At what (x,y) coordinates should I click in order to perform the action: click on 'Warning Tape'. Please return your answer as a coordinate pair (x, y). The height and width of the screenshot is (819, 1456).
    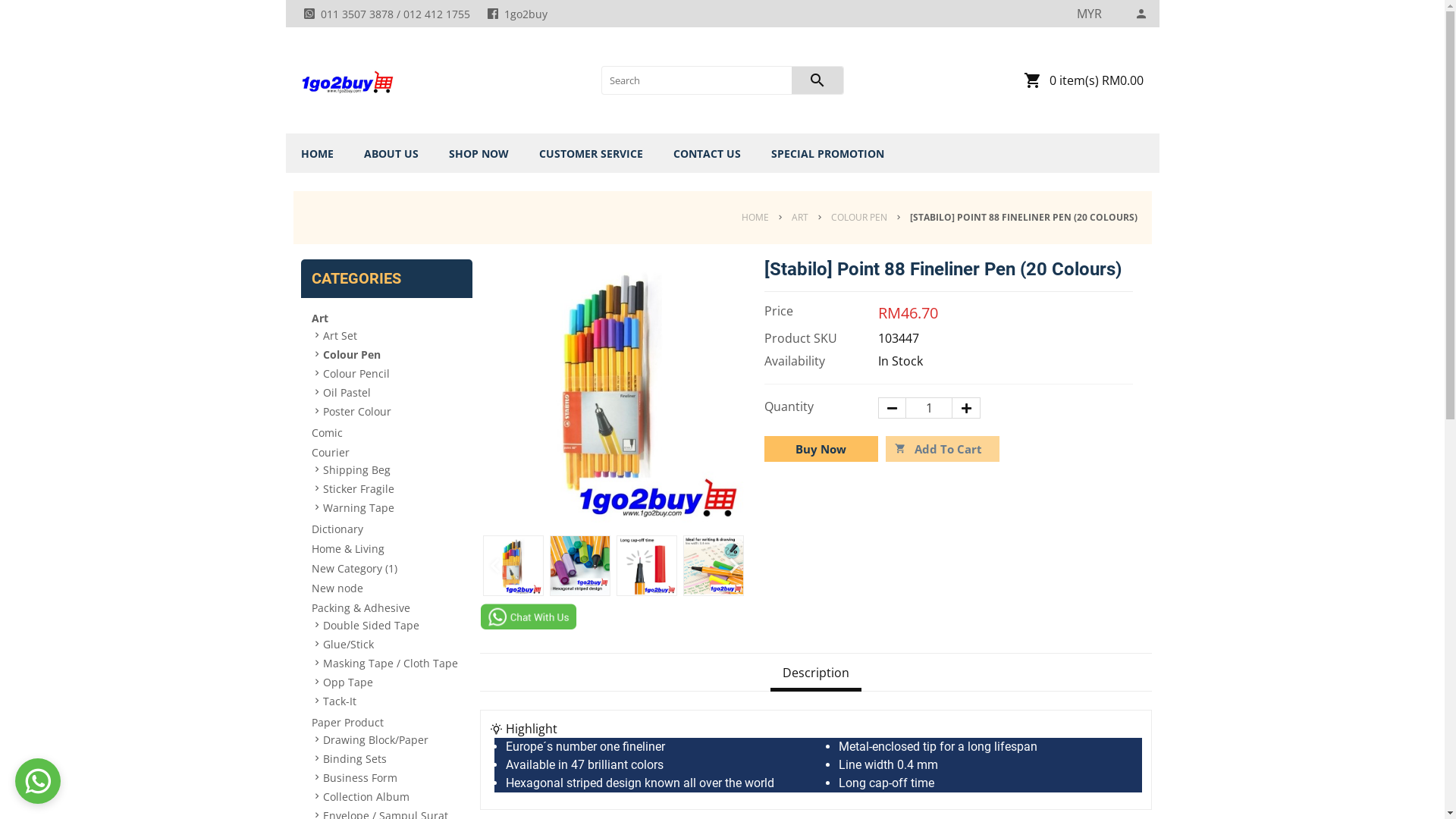
    Looking at the image, I should click on (392, 507).